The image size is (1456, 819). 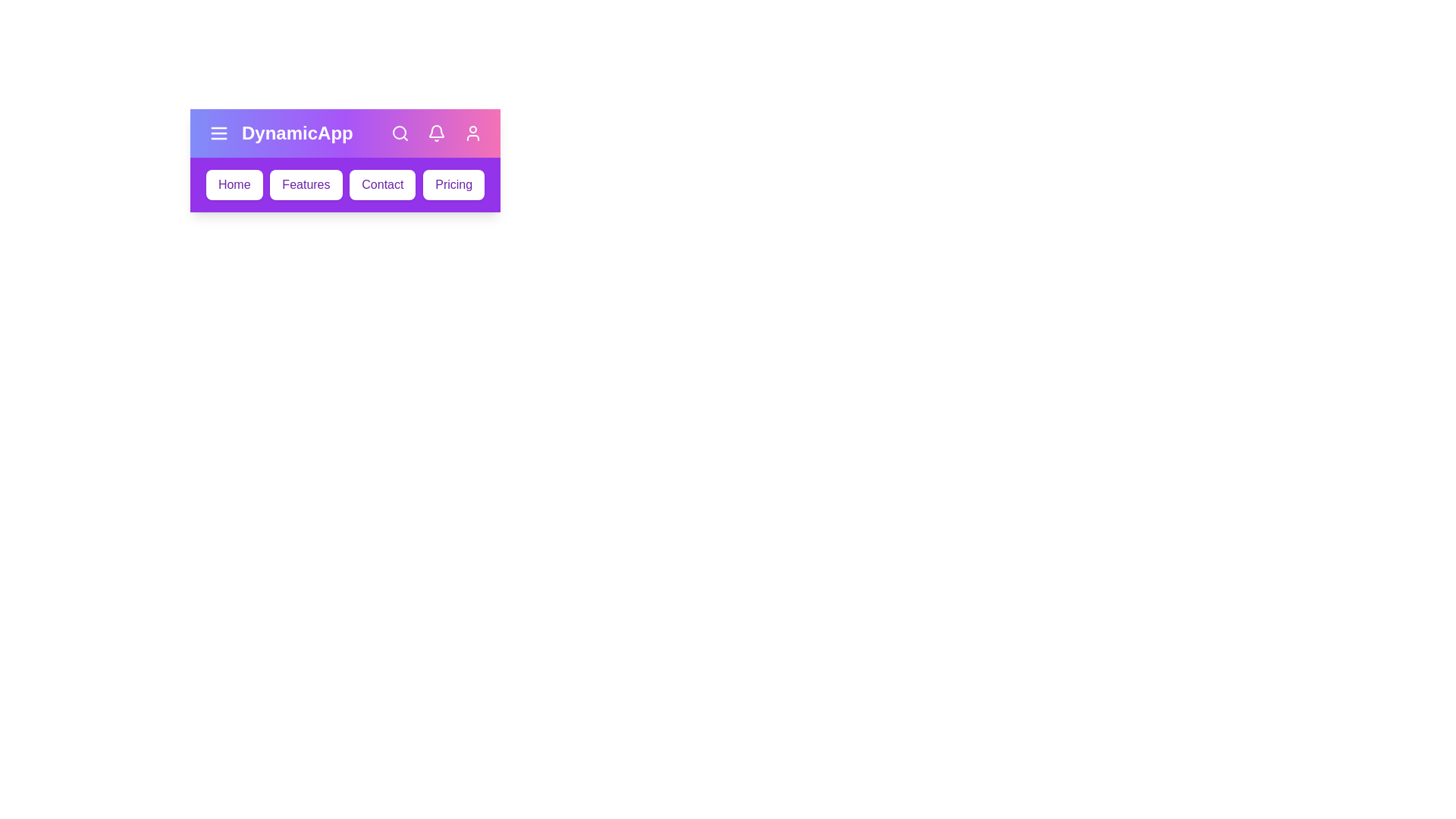 I want to click on the menu icon to toggle the menu visibility, so click(x=218, y=133).